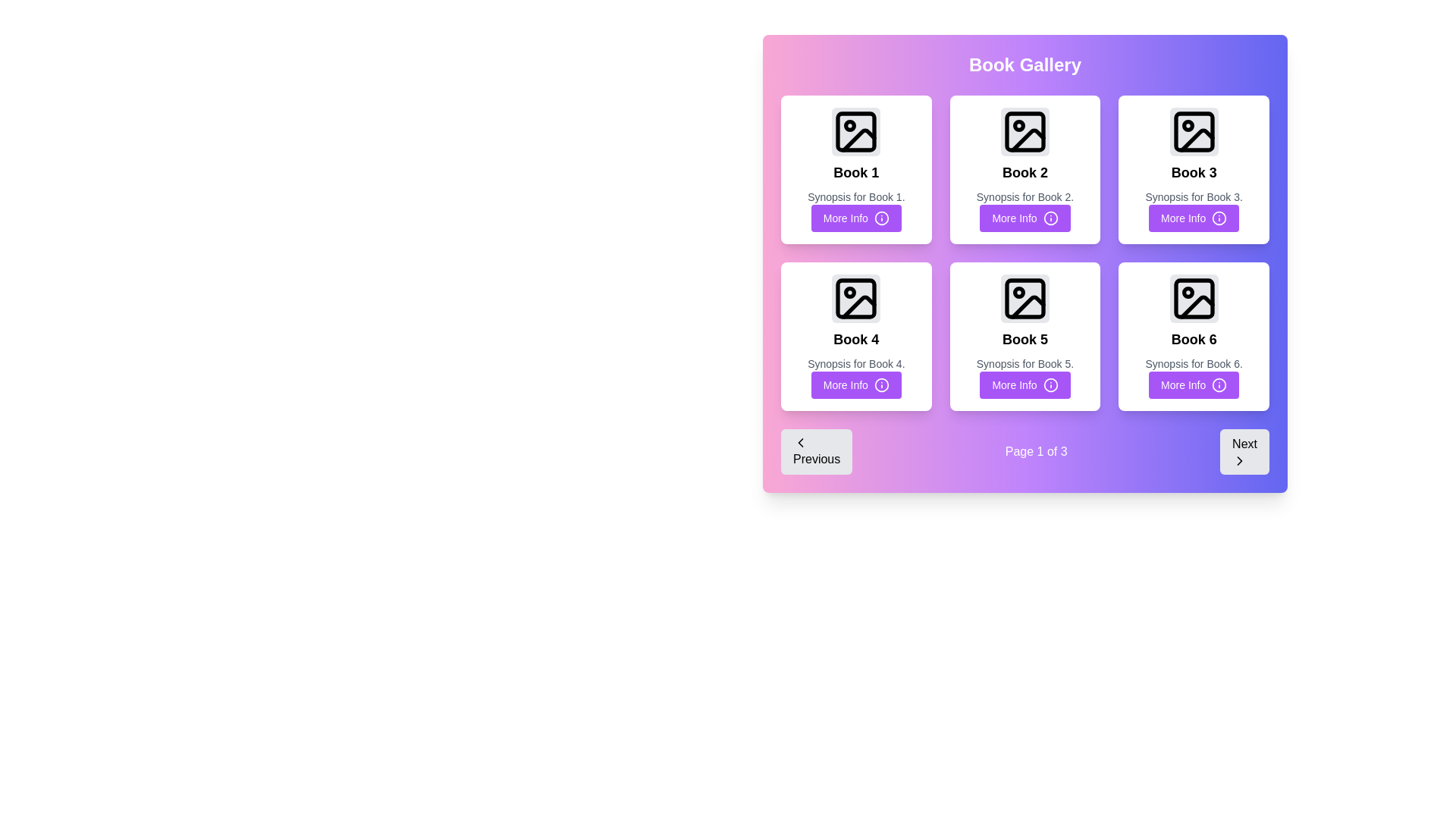 The width and height of the screenshot is (1456, 819). Describe the element at coordinates (856, 171) in the screenshot. I see `the static text label displaying 'Book 1', which is located in the first row, first column of a grid layout within a card layout` at that location.